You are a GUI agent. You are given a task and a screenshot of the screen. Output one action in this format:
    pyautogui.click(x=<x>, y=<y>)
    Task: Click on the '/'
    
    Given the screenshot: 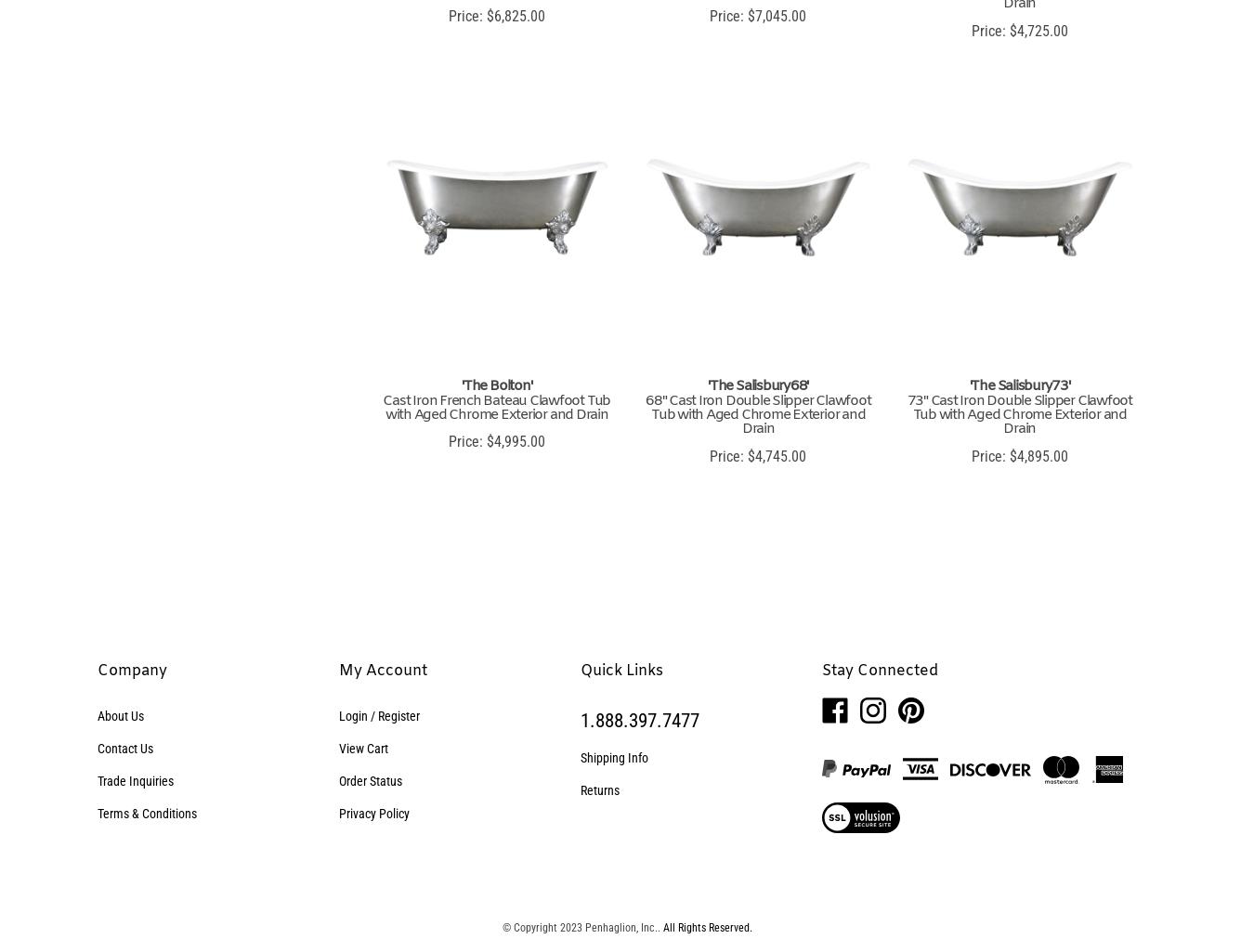 What is the action you would take?
    pyautogui.click(x=372, y=714)
    